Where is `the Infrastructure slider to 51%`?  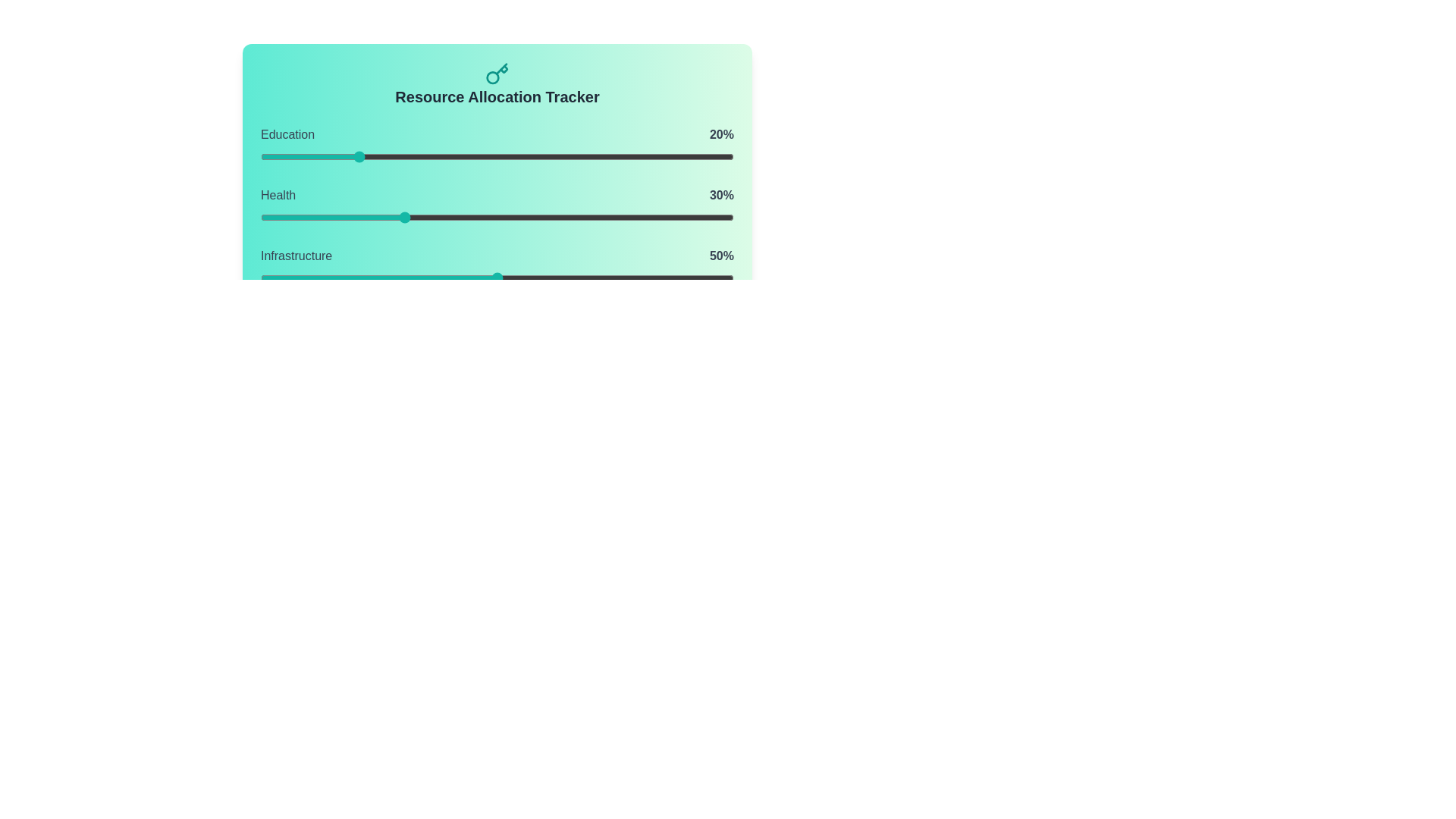 the Infrastructure slider to 51% is located at coordinates (502, 278).